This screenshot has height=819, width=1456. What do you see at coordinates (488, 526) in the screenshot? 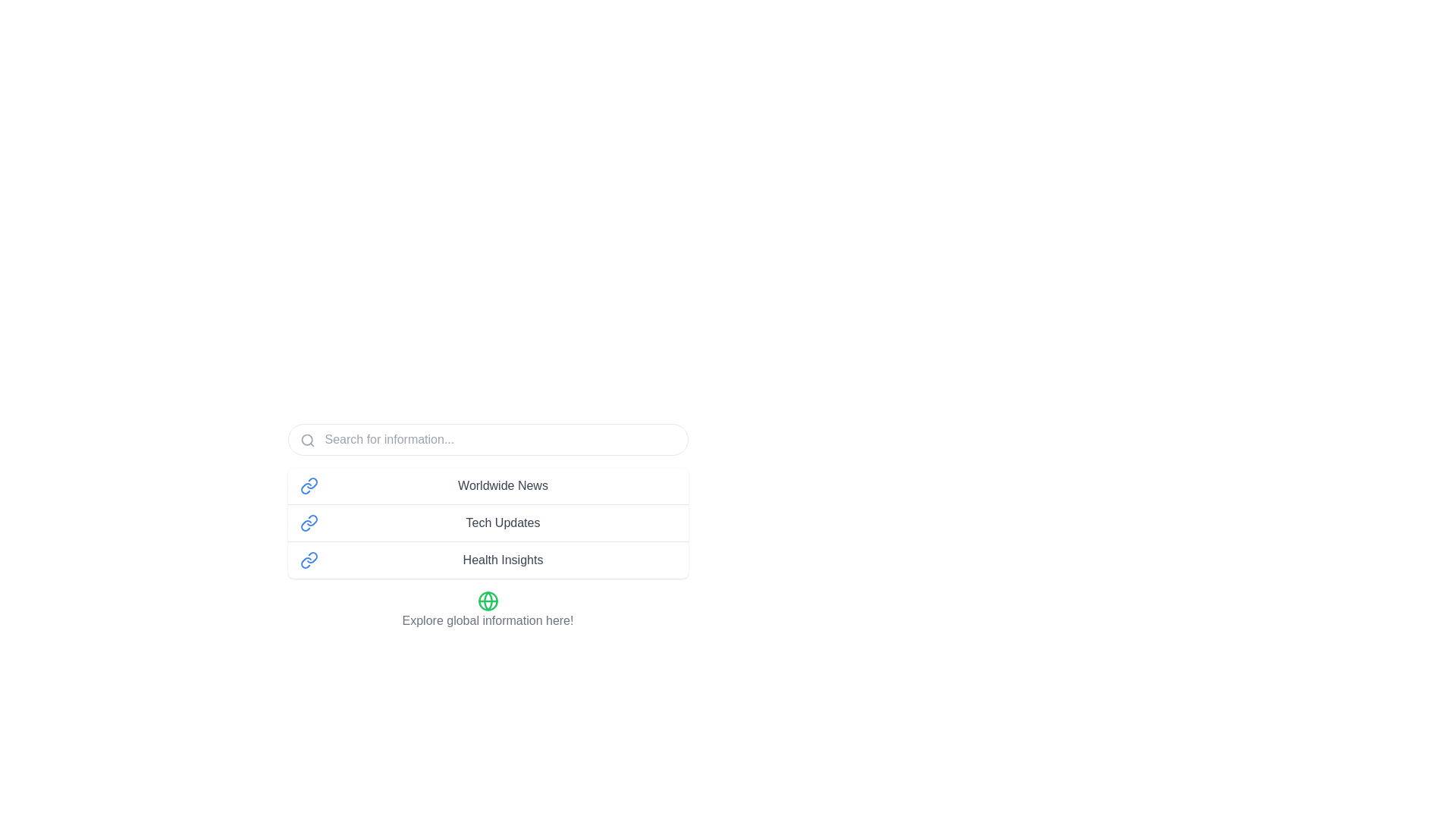
I see `the 'Tech Updates' interactive text label` at bounding box center [488, 526].